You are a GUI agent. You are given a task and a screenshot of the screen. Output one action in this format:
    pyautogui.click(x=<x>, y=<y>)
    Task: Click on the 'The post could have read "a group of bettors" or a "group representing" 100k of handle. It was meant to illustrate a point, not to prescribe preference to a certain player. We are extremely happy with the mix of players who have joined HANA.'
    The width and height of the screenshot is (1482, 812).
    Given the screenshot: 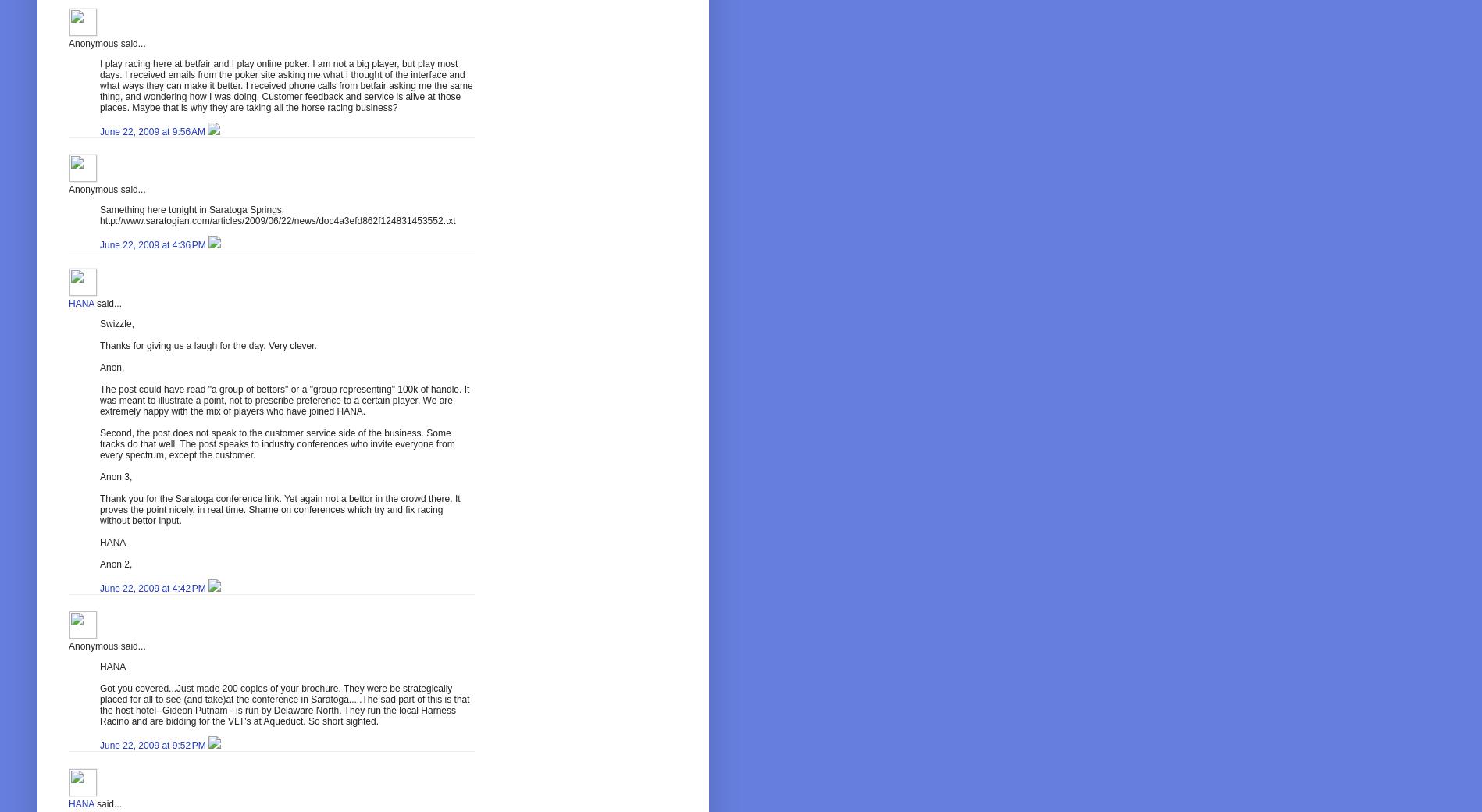 What is the action you would take?
    pyautogui.click(x=284, y=399)
    